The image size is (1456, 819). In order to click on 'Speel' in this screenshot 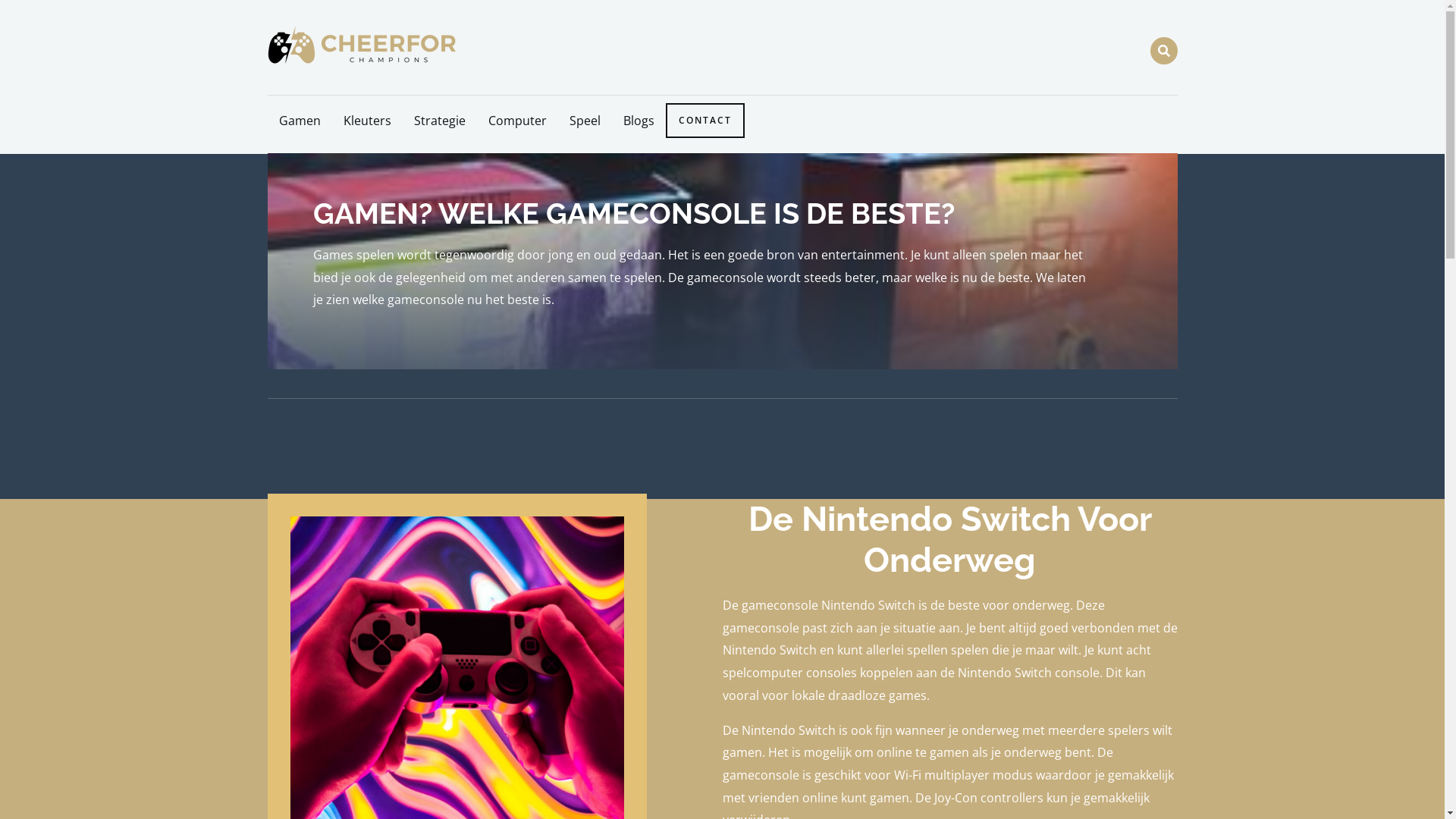, I will do `click(584, 119)`.